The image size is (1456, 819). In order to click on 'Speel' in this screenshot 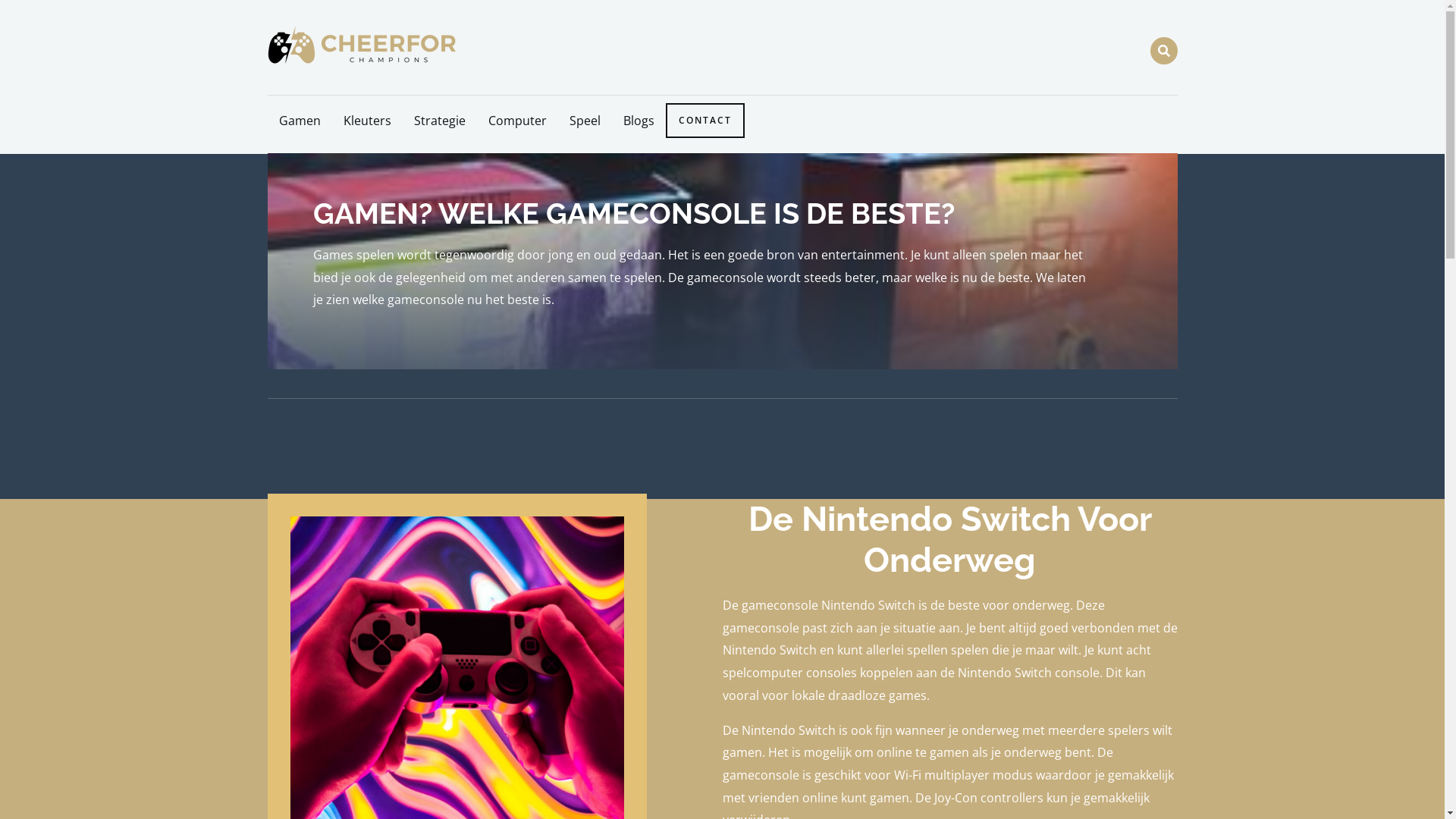, I will do `click(584, 119)`.